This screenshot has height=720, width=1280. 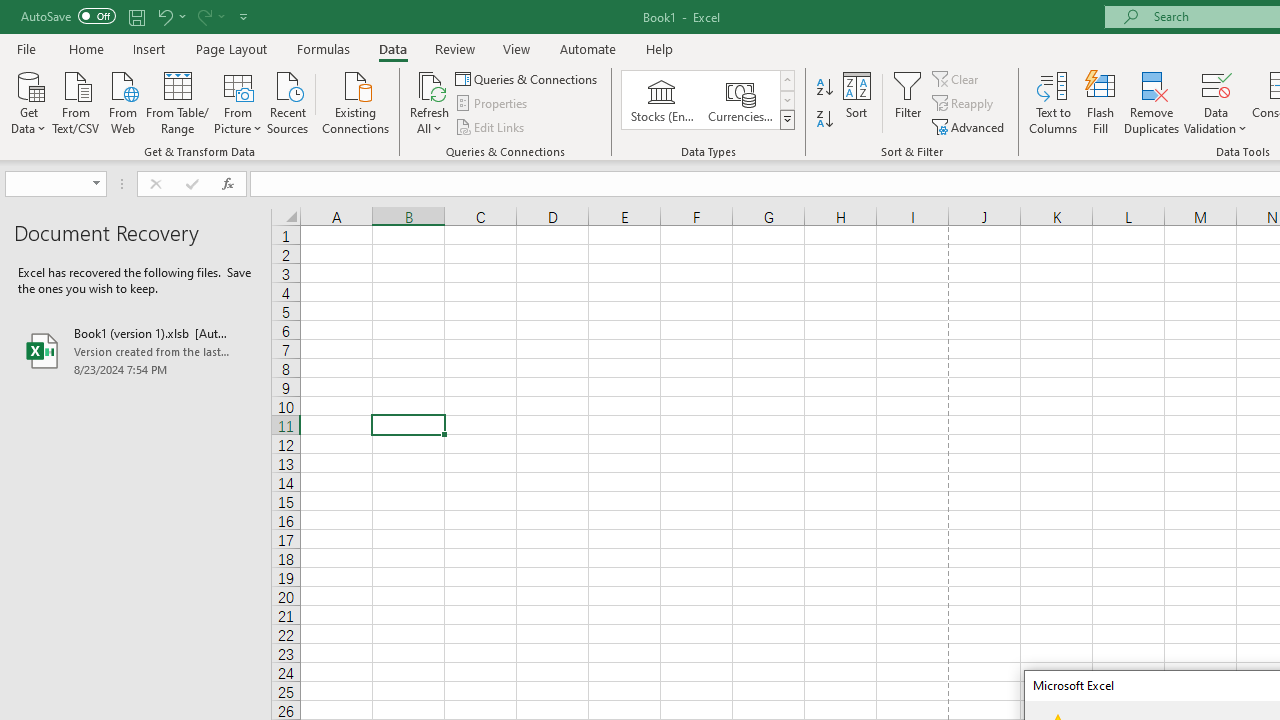 I want to click on 'AutoSave', so click(x=68, y=16).